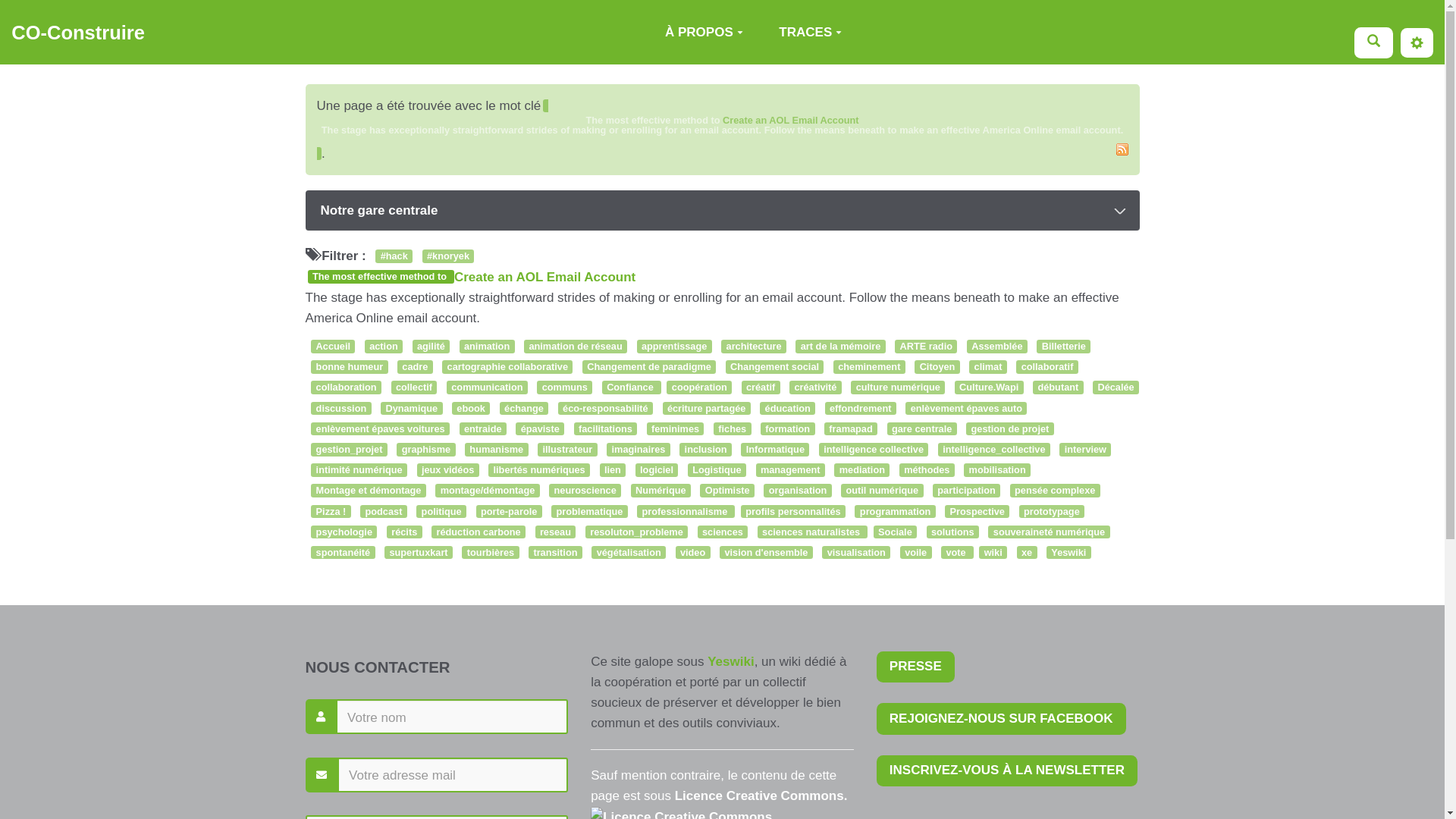 This screenshot has width=1456, height=819. Describe the element at coordinates (716, 469) in the screenshot. I see `'Logistique'` at that location.